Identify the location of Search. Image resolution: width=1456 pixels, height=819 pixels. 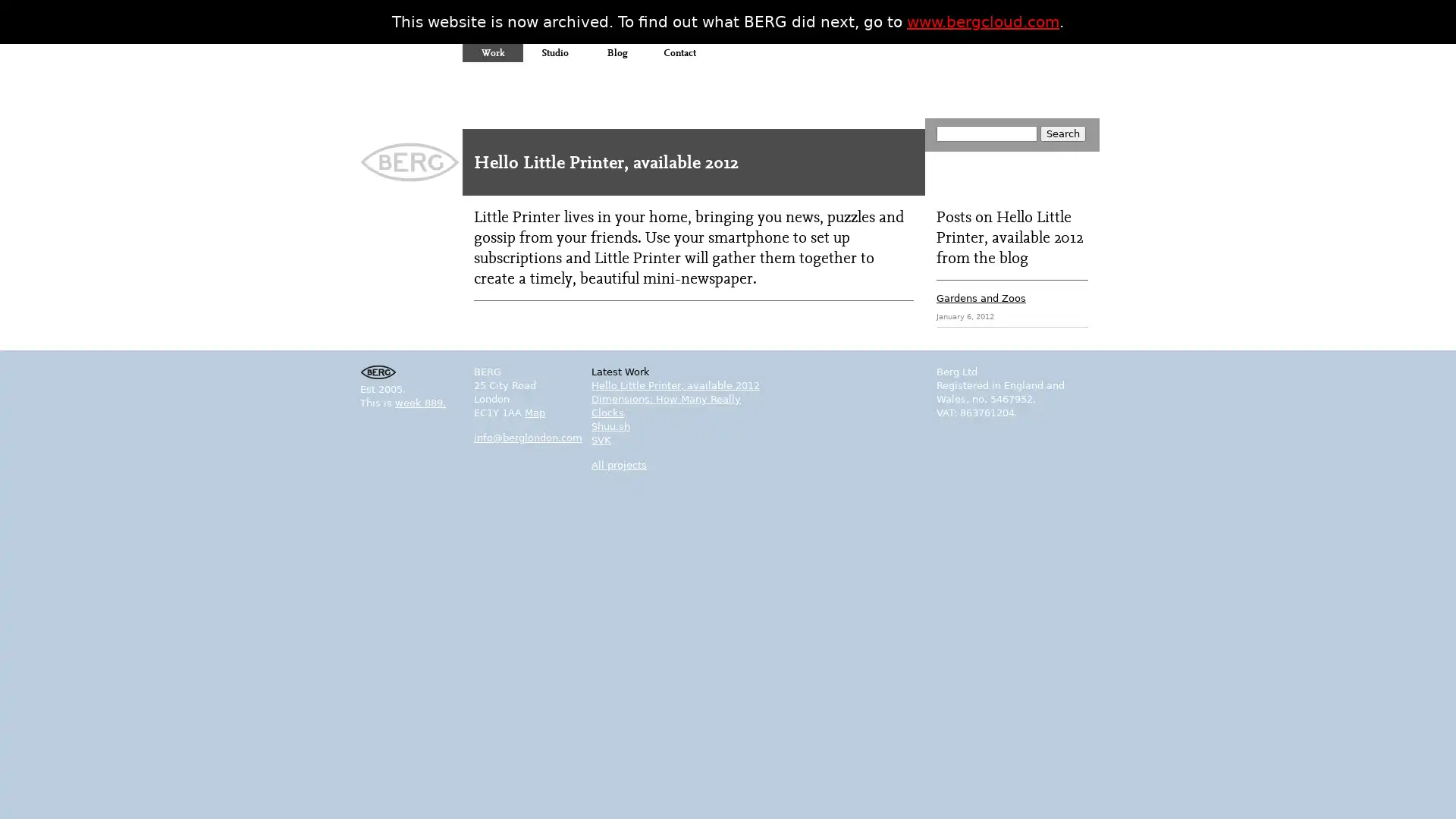
(1062, 133).